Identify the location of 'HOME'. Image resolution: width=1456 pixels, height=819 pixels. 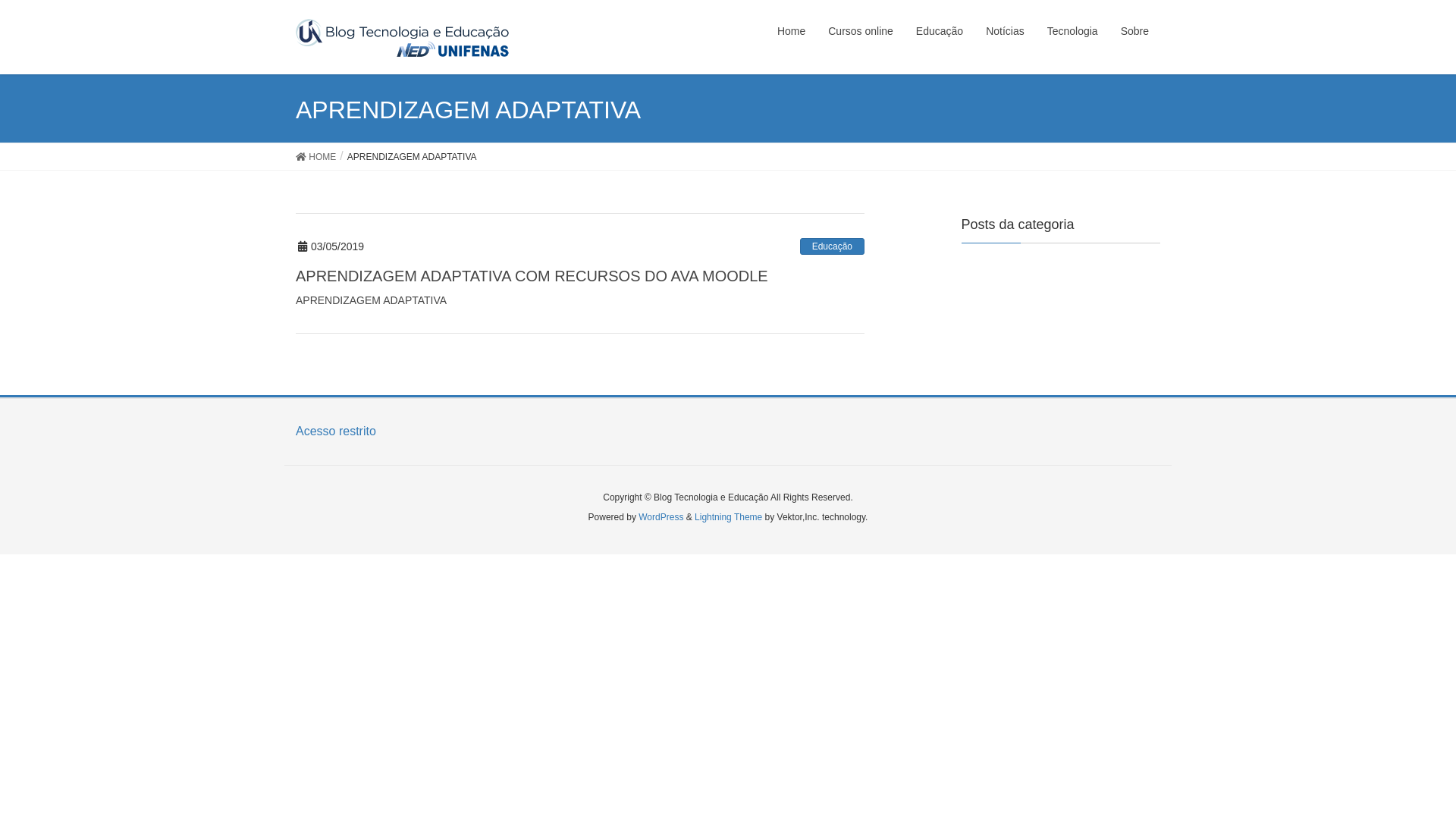
(295, 156).